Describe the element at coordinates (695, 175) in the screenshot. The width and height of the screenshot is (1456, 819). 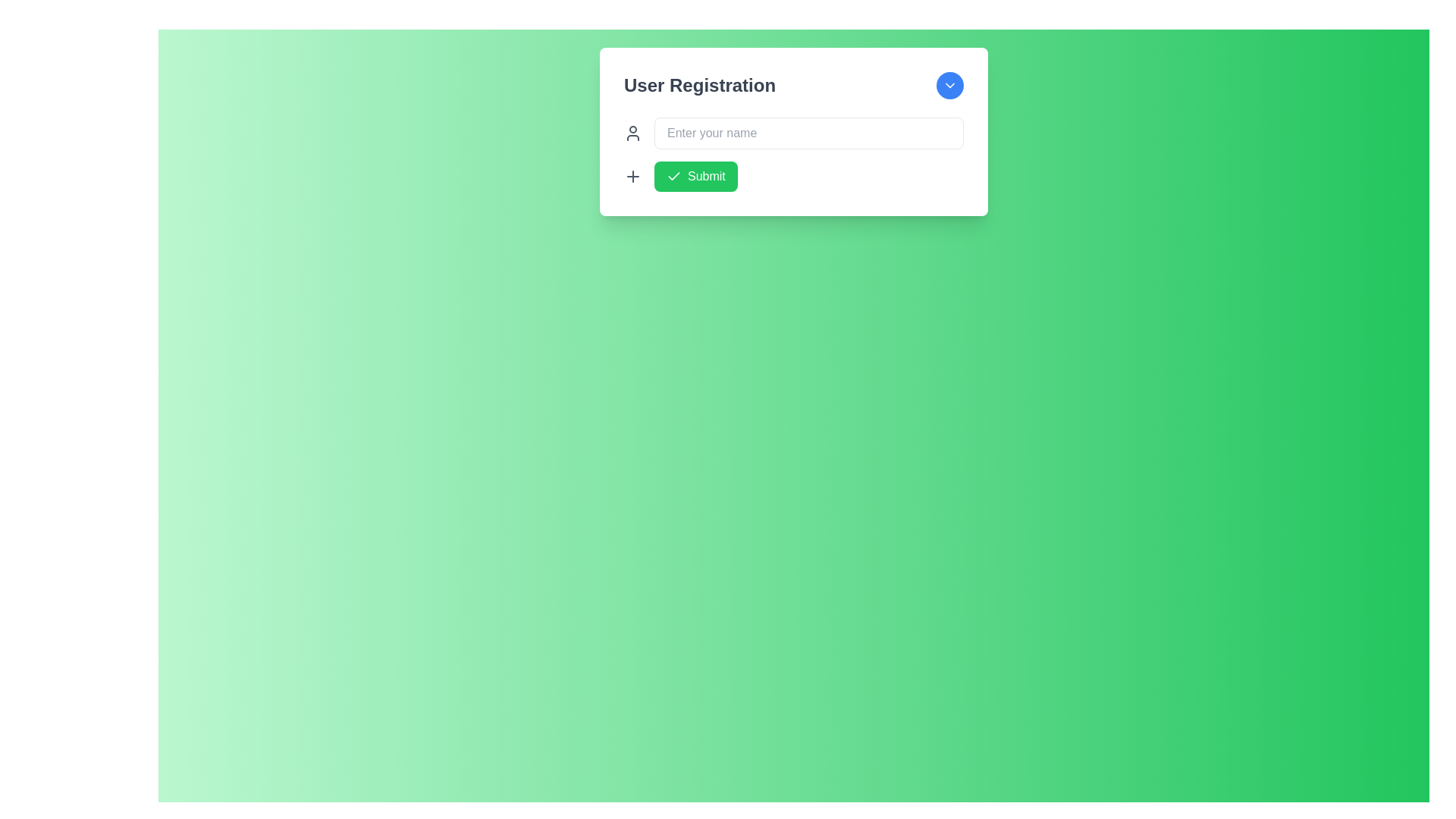
I see `the 'Submit' button with a green background and rounded corners` at that location.